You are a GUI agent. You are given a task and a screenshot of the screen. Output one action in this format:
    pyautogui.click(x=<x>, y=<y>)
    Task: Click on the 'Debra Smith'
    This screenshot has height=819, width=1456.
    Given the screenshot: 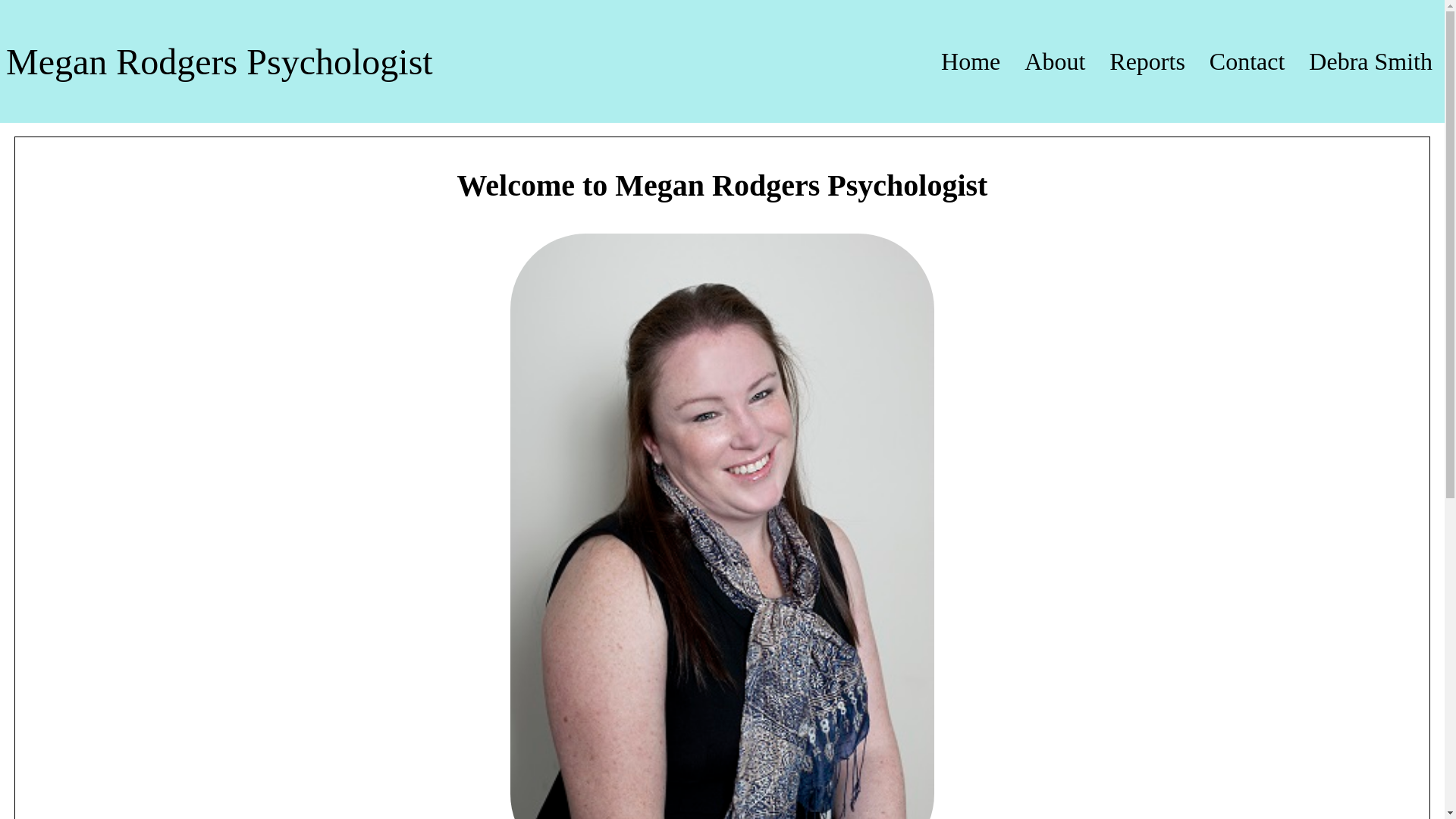 What is the action you would take?
    pyautogui.click(x=1370, y=60)
    